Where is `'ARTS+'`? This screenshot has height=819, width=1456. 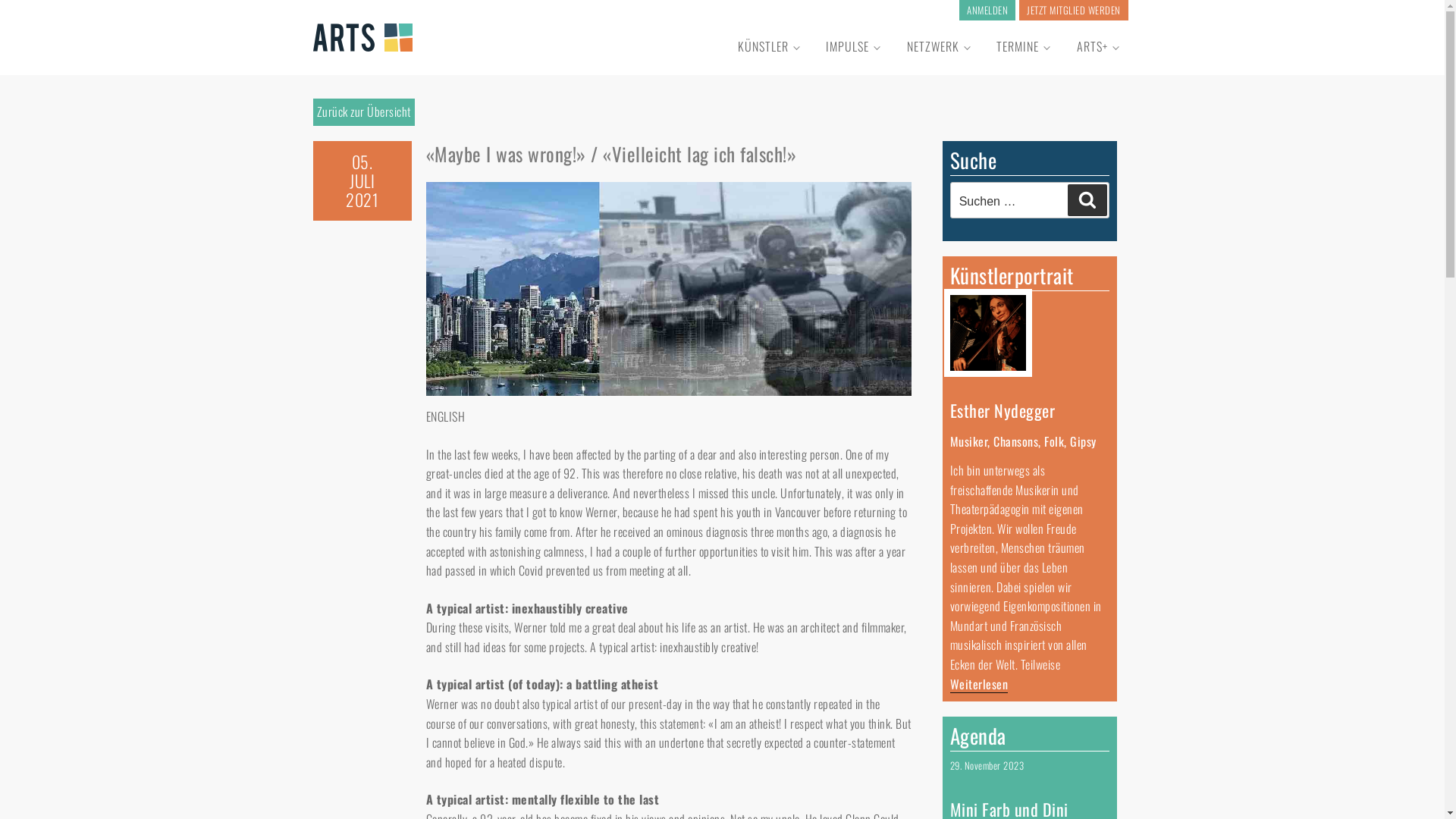 'ARTS+' is located at coordinates (1097, 45).